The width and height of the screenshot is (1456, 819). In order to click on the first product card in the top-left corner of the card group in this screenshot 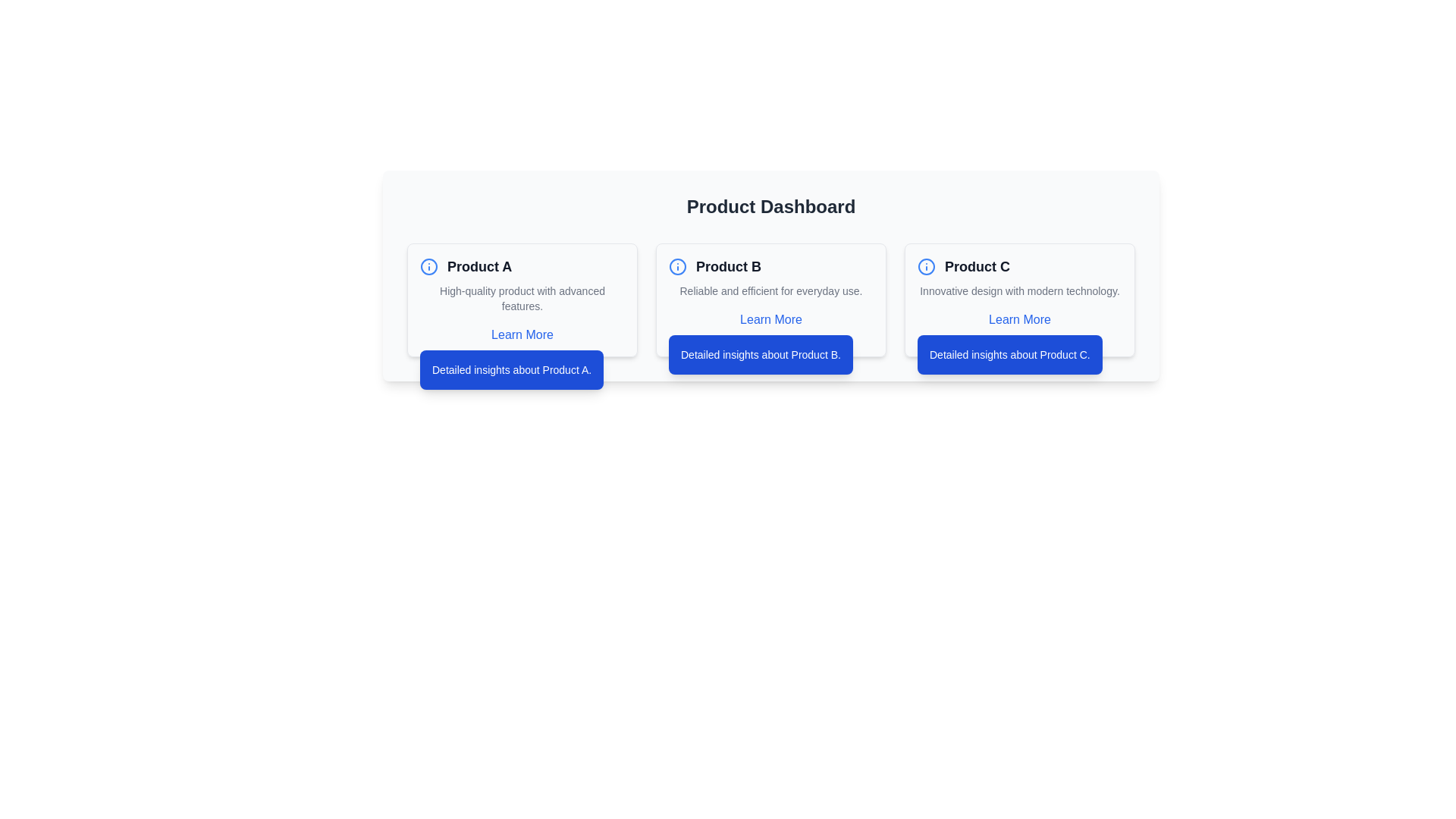, I will do `click(522, 300)`.